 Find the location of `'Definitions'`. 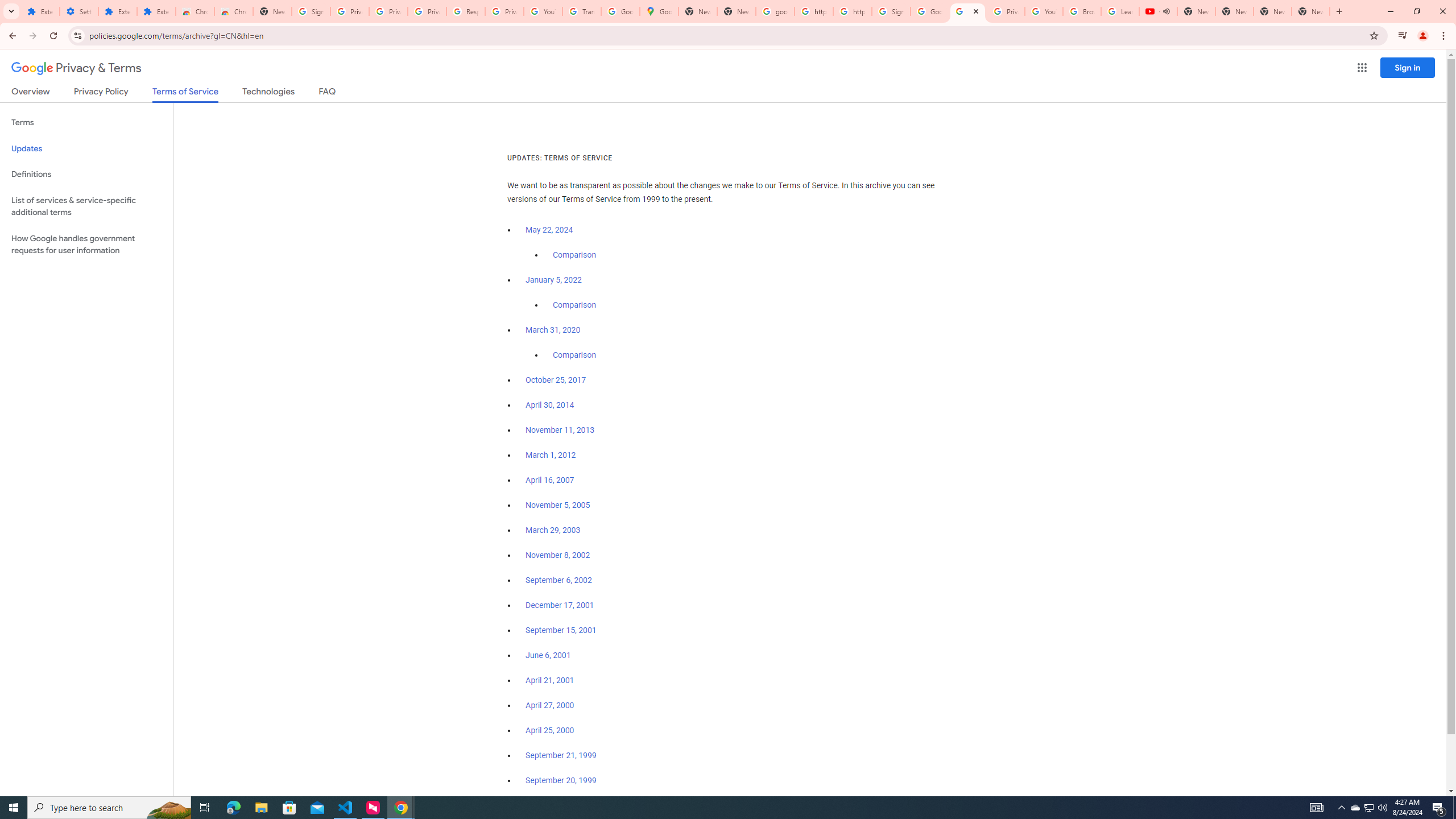

'Definitions' is located at coordinates (86, 174).